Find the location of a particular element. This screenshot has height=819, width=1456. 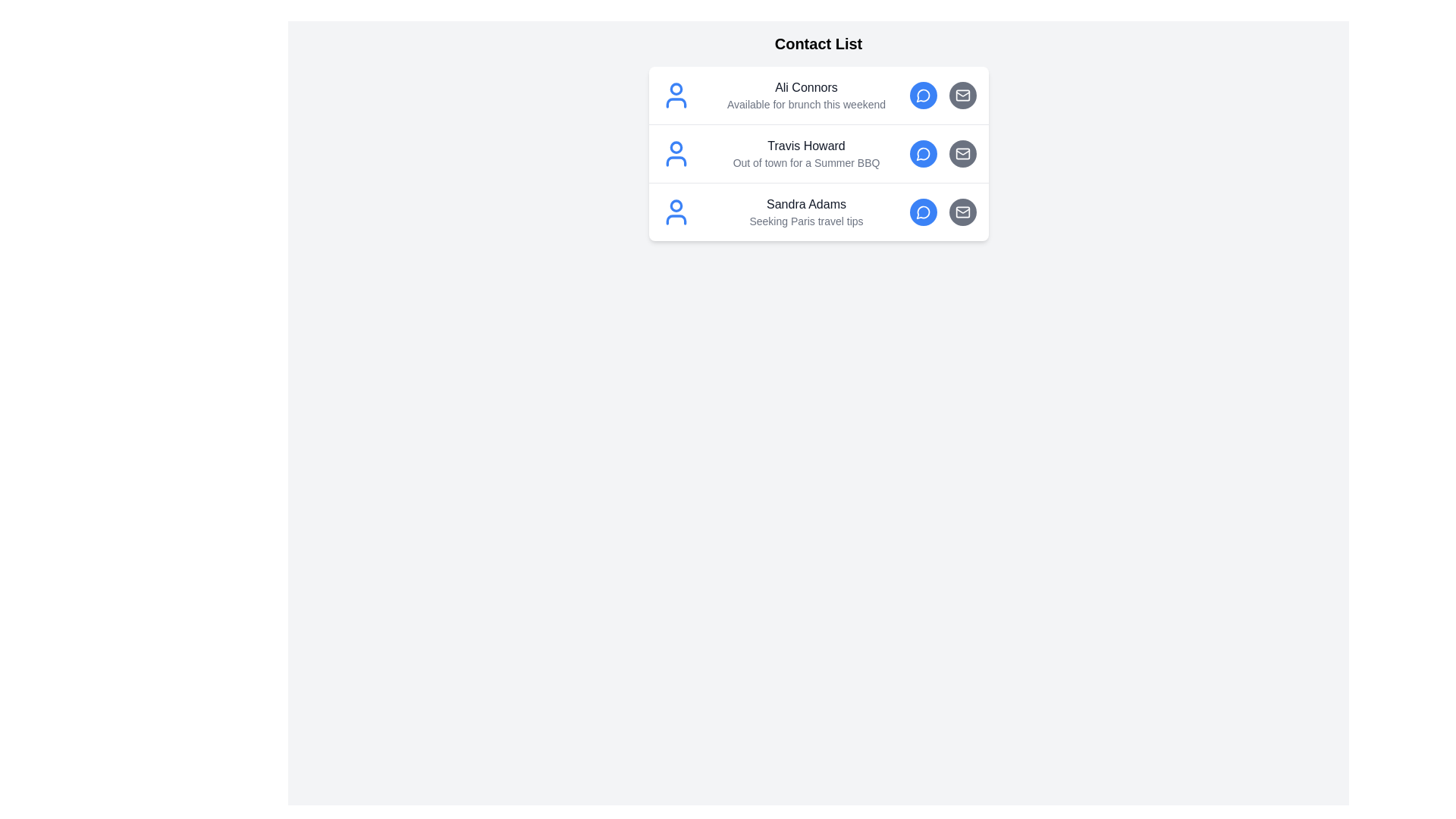

the static text element displaying 'Ali Connors', which is a dark gray piece of text located at the top of the contact list card, above the subtitle 'Available for brunch this weekend' is located at coordinates (805, 87).